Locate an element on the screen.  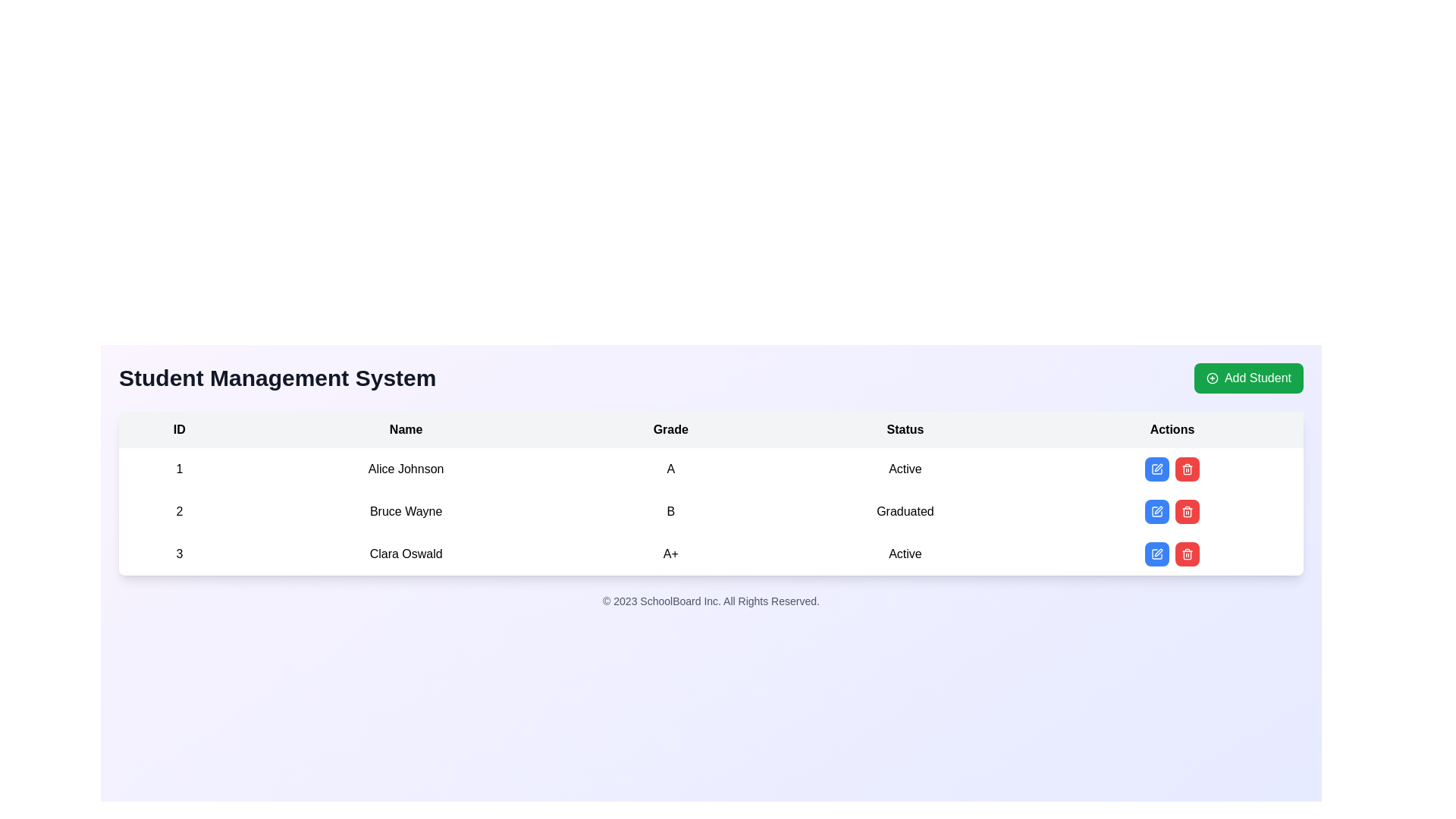
the main header text indicating the purpose of the student management page, located near the top-left corner of the layout is located at coordinates (278, 377).